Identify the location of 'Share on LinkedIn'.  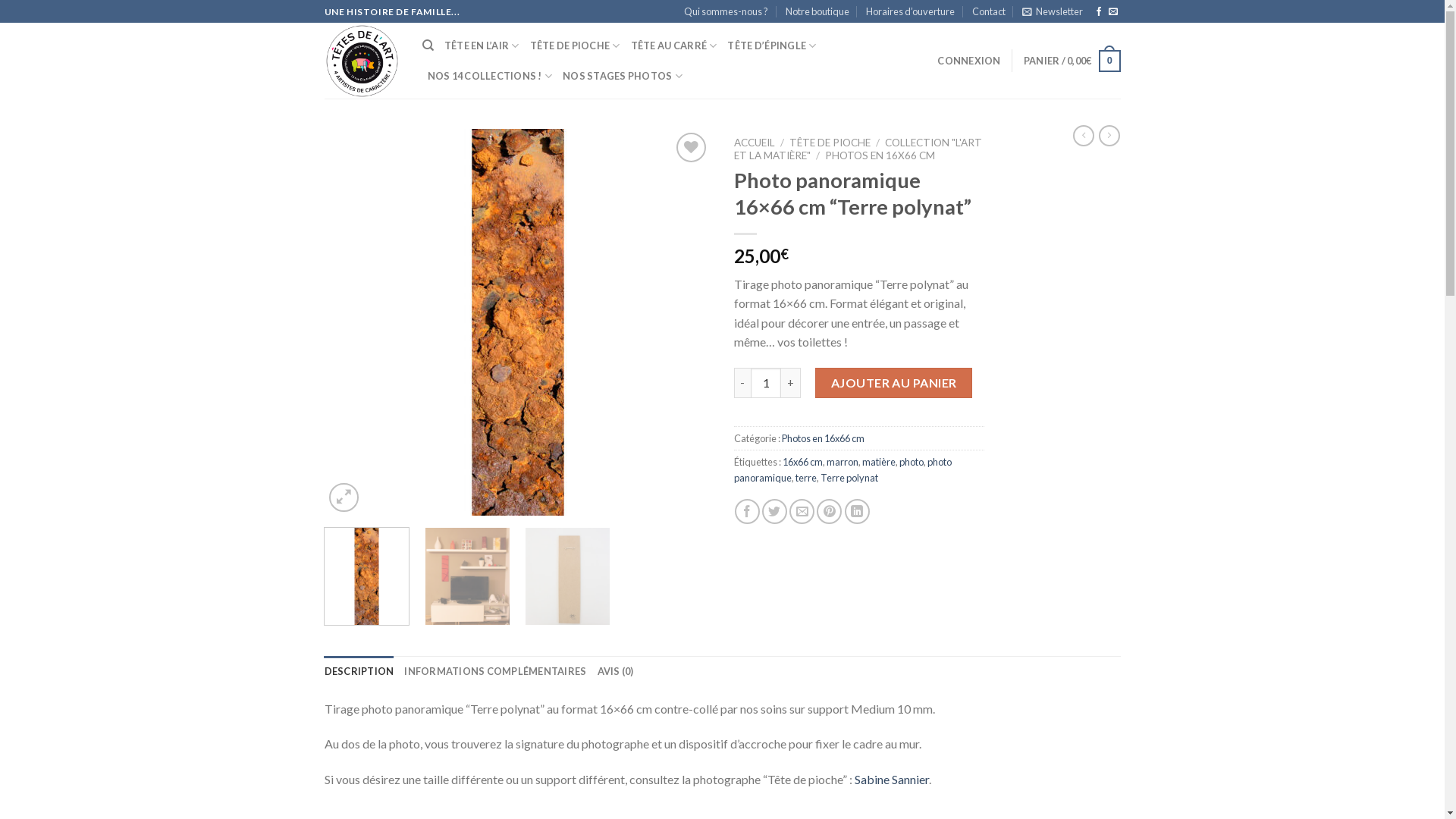
(857, 511).